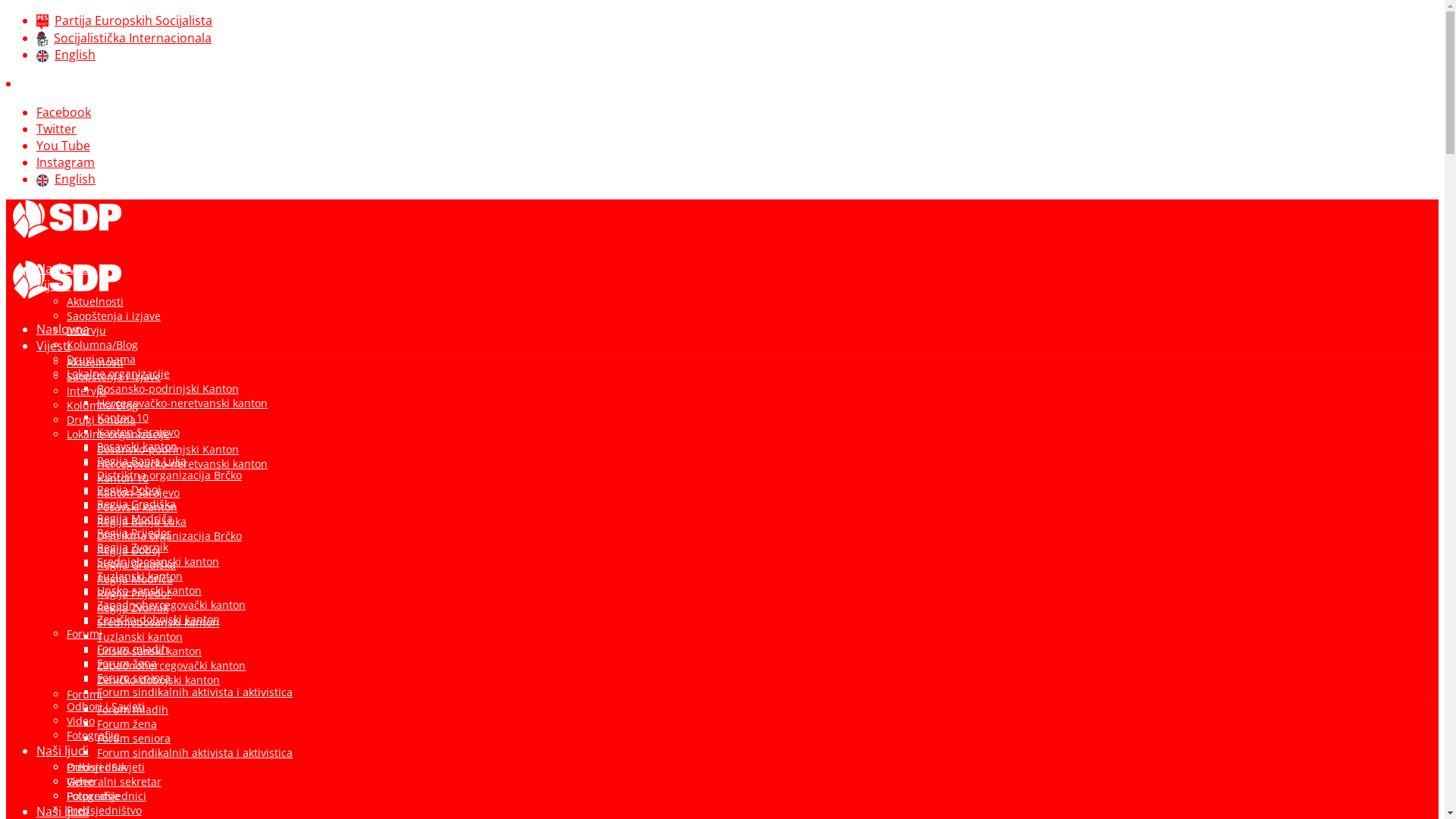  I want to click on 'Odbori i Savjeti', so click(105, 706).